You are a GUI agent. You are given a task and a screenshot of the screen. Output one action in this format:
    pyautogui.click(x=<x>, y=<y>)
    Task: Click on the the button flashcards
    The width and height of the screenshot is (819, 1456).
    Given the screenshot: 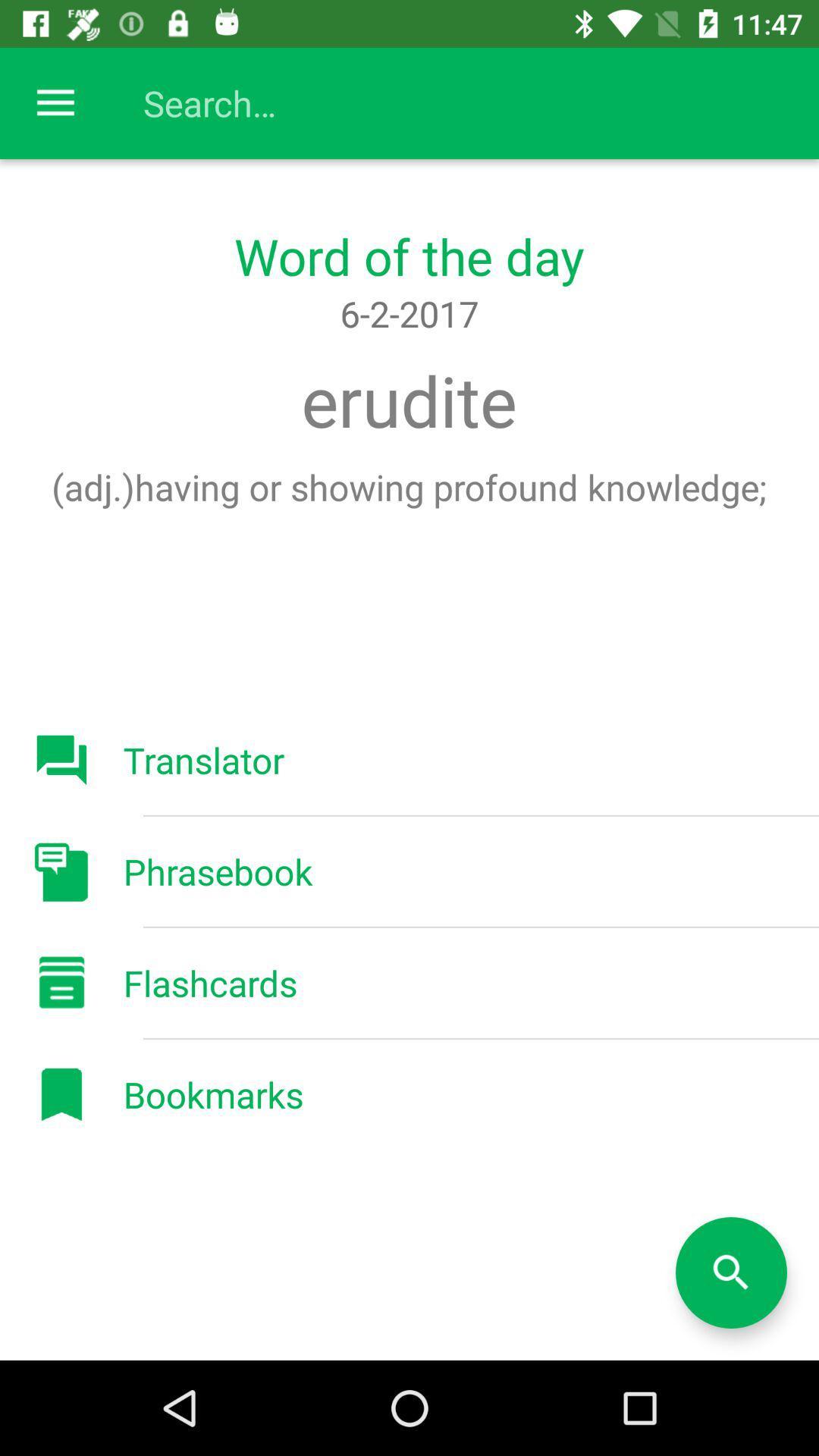 What is the action you would take?
    pyautogui.click(x=61, y=983)
    